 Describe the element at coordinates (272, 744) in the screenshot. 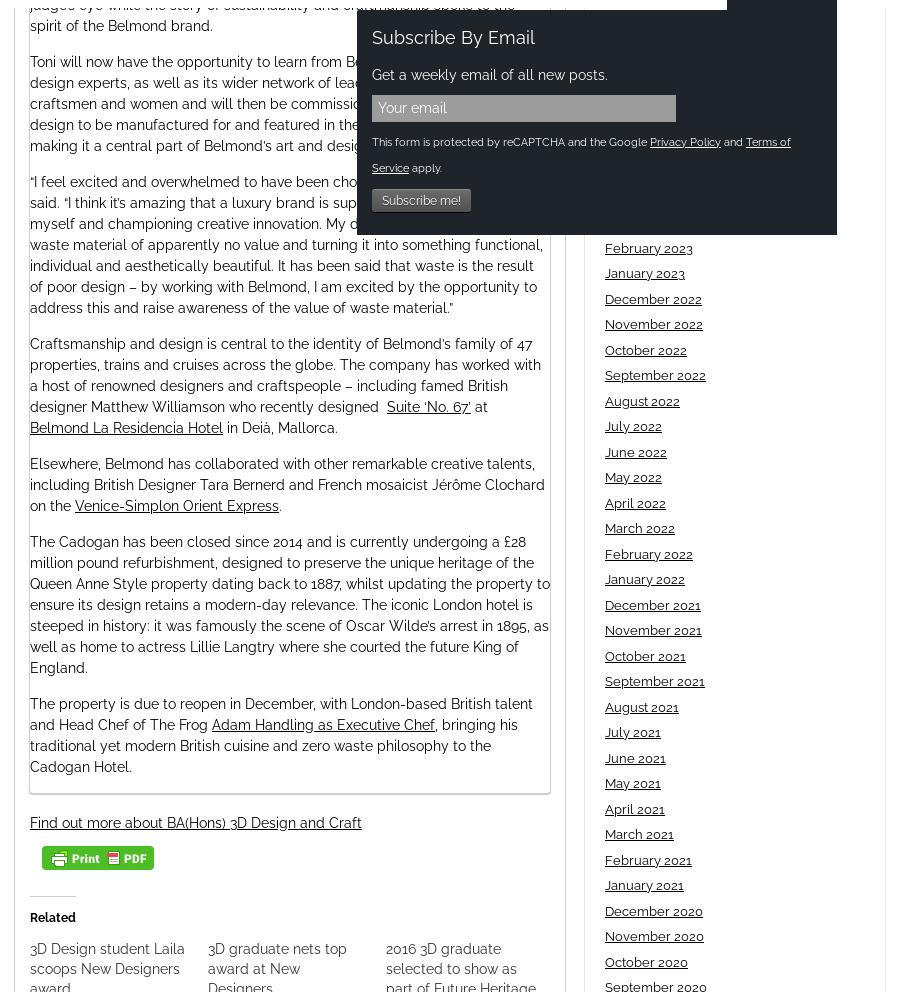

I see `', bringing his traditional yet modern British cuisine and zero waste philosophy to the Cadogan Hotel.'` at that location.